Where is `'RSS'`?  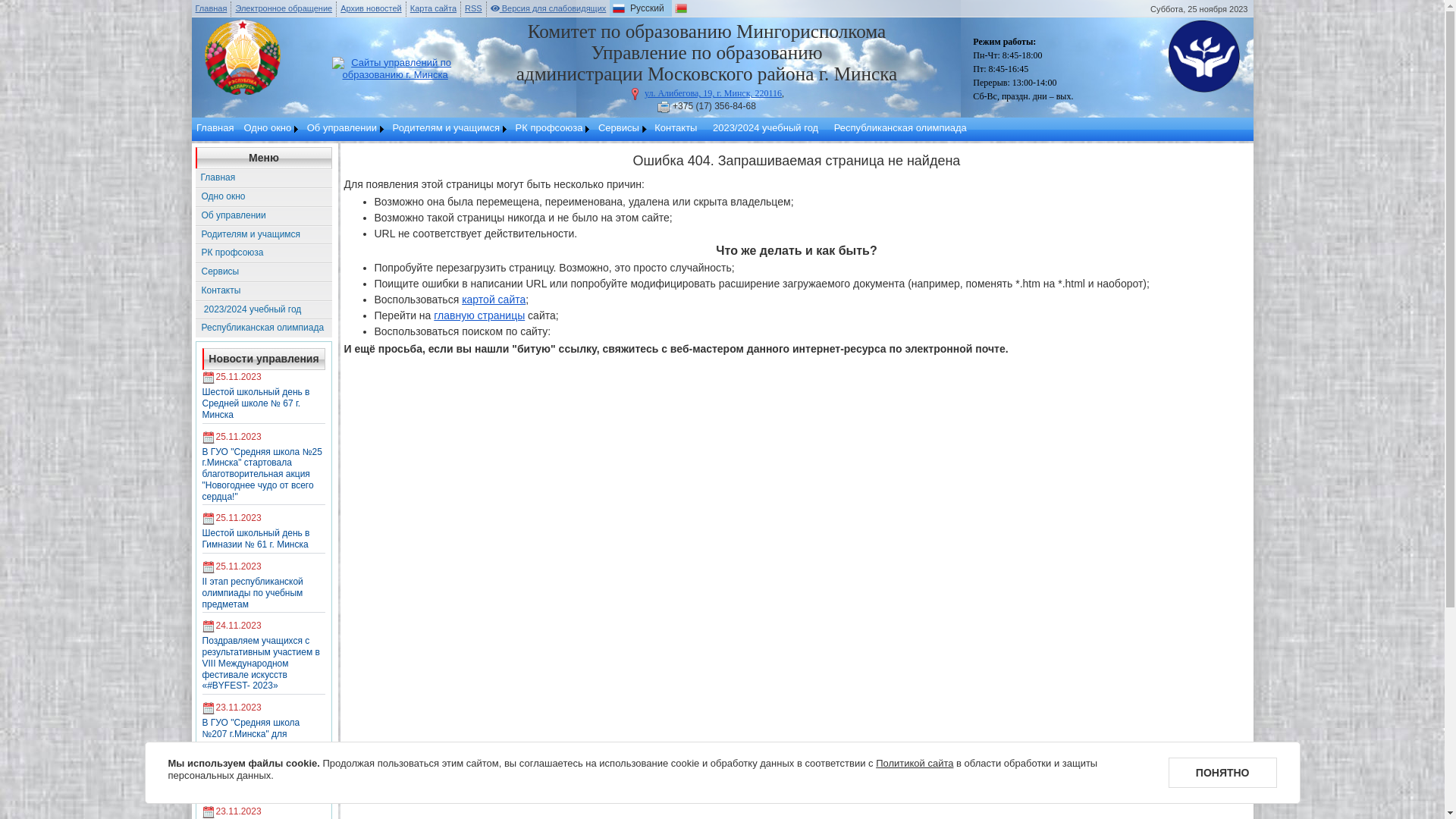
'RSS' is located at coordinates (472, 8).